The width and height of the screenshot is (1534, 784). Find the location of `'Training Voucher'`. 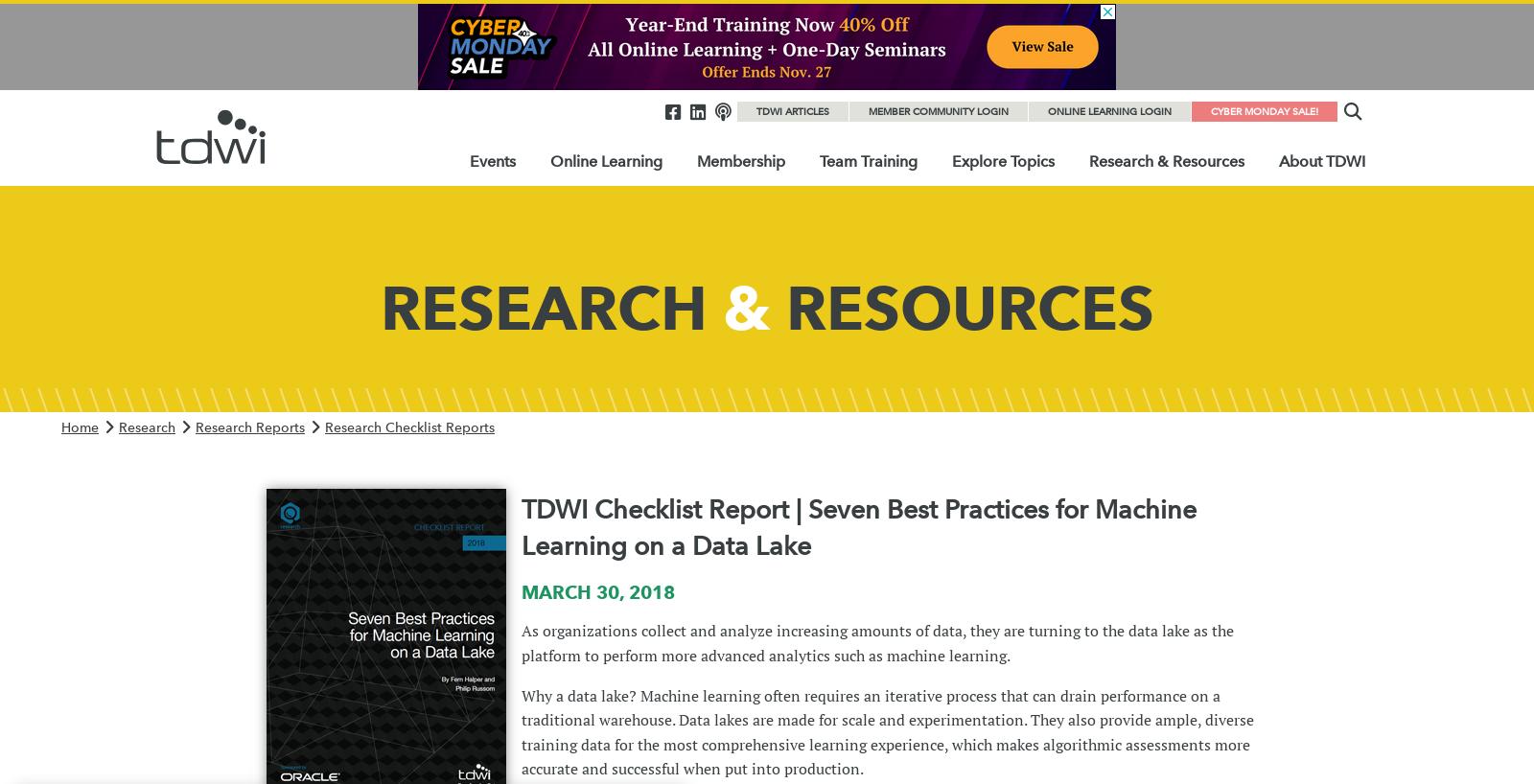

'Training Voucher' is located at coordinates (880, 286).